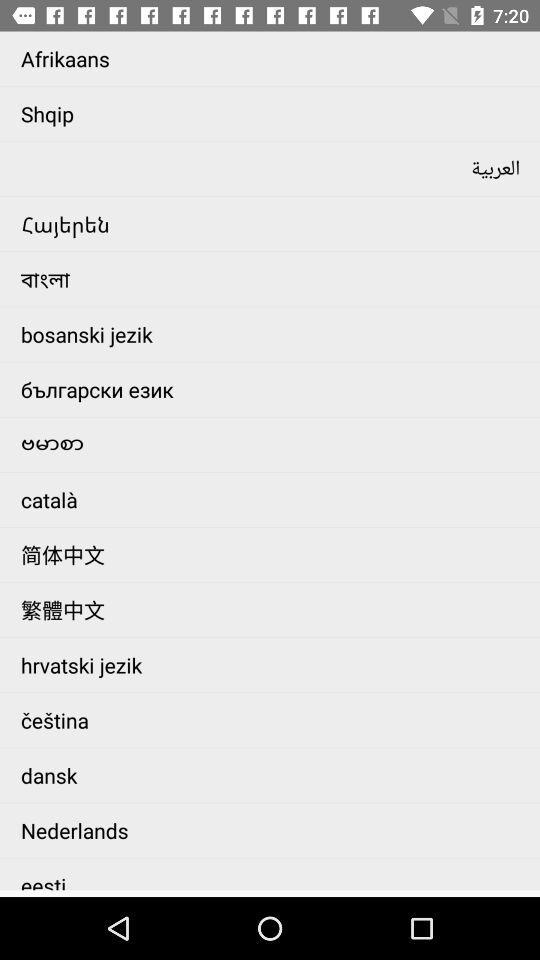  I want to click on app below hrvatski jezik app, so click(274, 720).